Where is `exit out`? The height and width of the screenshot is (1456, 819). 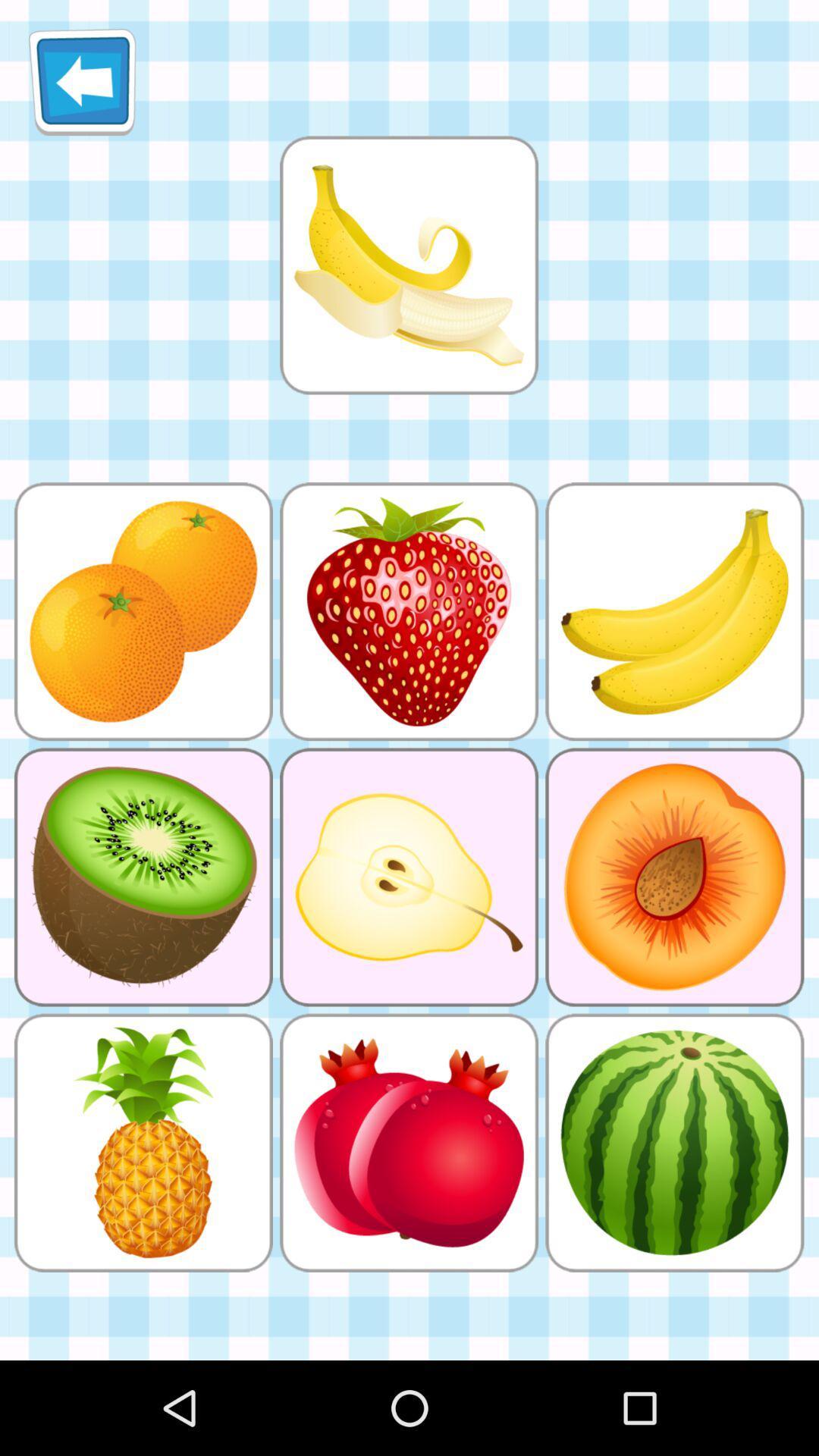 exit out is located at coordinates (82, 81).